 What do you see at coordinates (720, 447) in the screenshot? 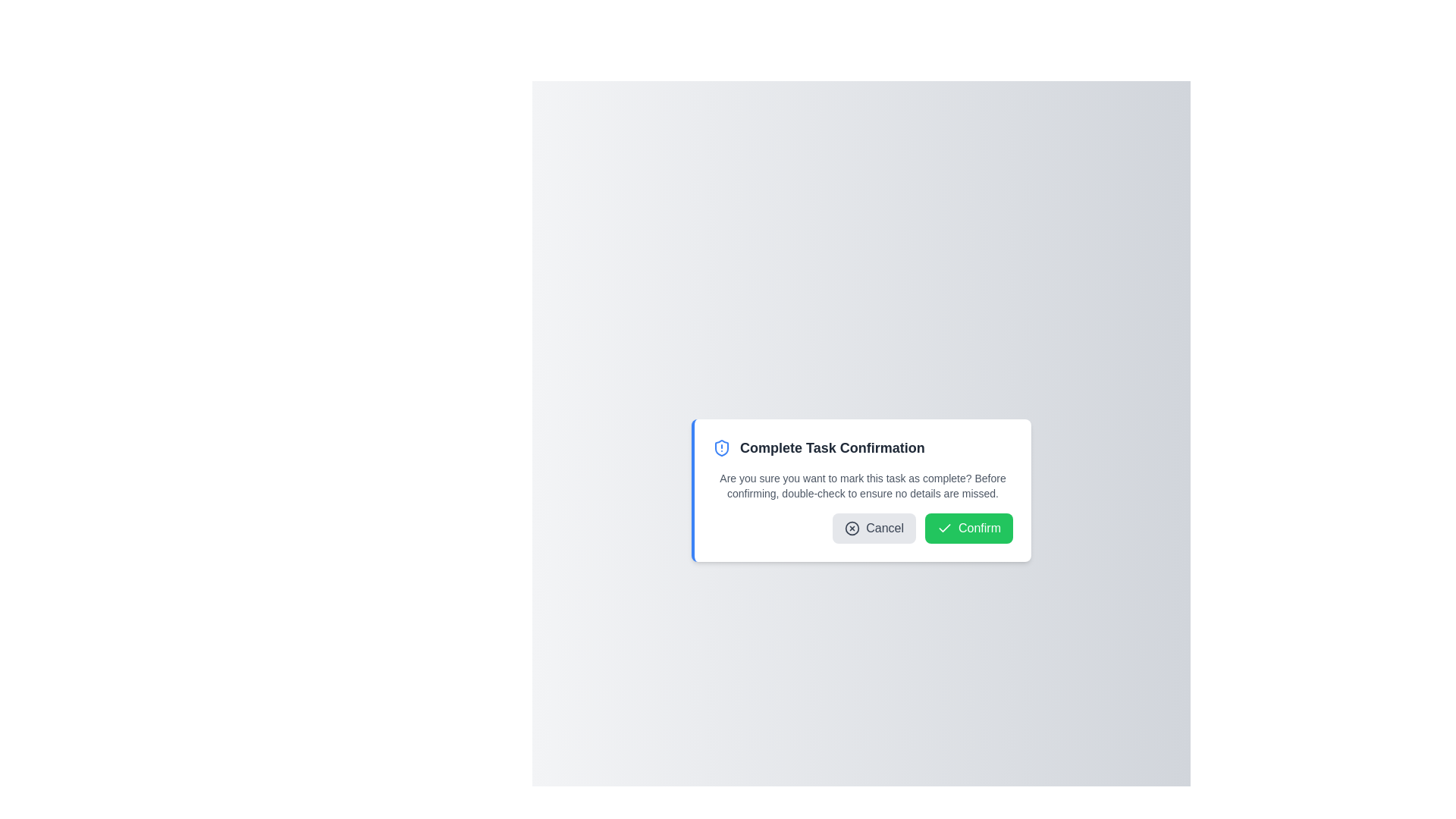
I see `the primary body of the shield icon, which serves as a decorative graphic indicating an alert within the top-left section of the confirmation modal` at bounding box center [720, 447].